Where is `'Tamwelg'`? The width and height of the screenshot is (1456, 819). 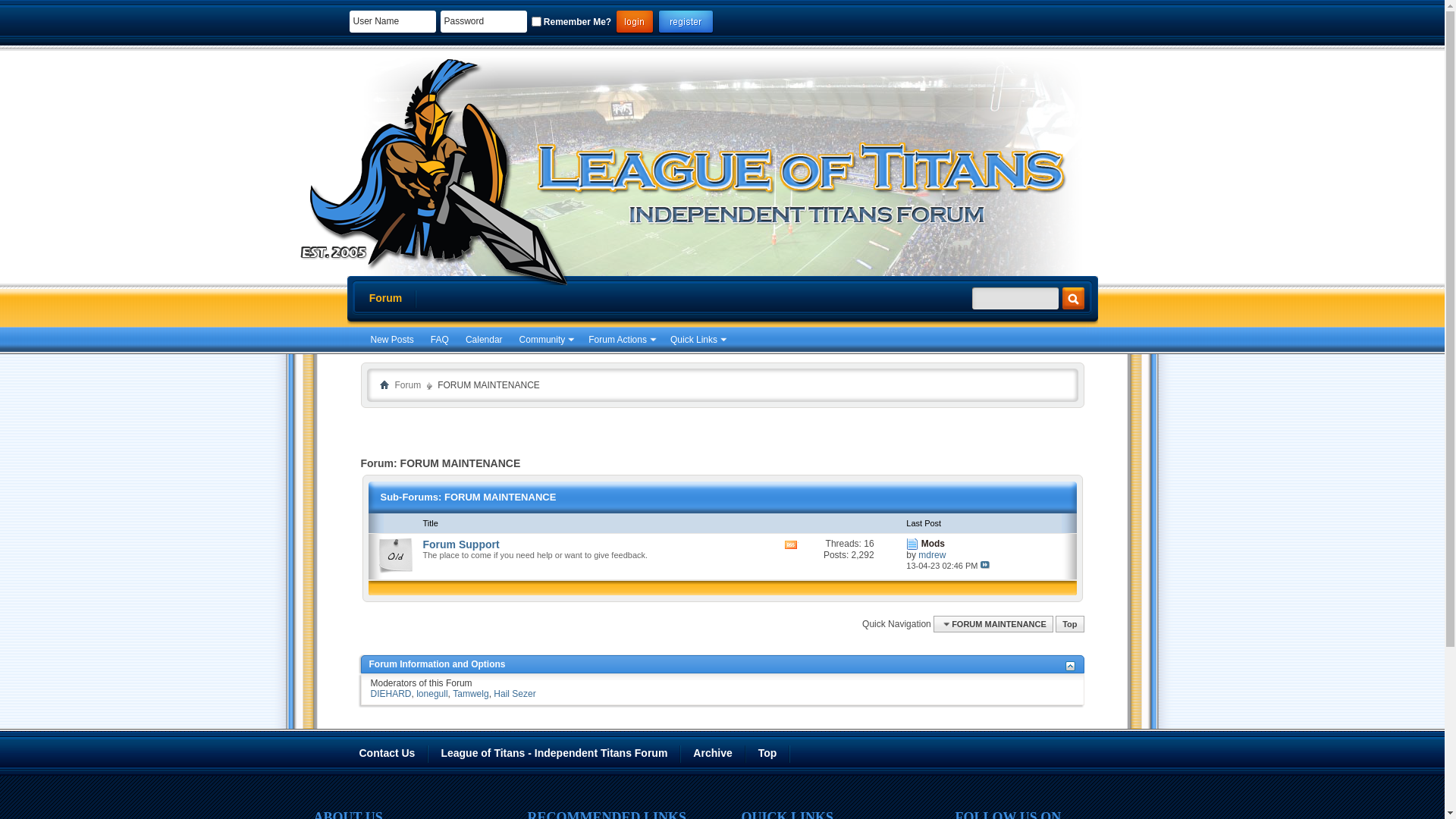 'Tamwelg' is located at coordinates (469, 693).